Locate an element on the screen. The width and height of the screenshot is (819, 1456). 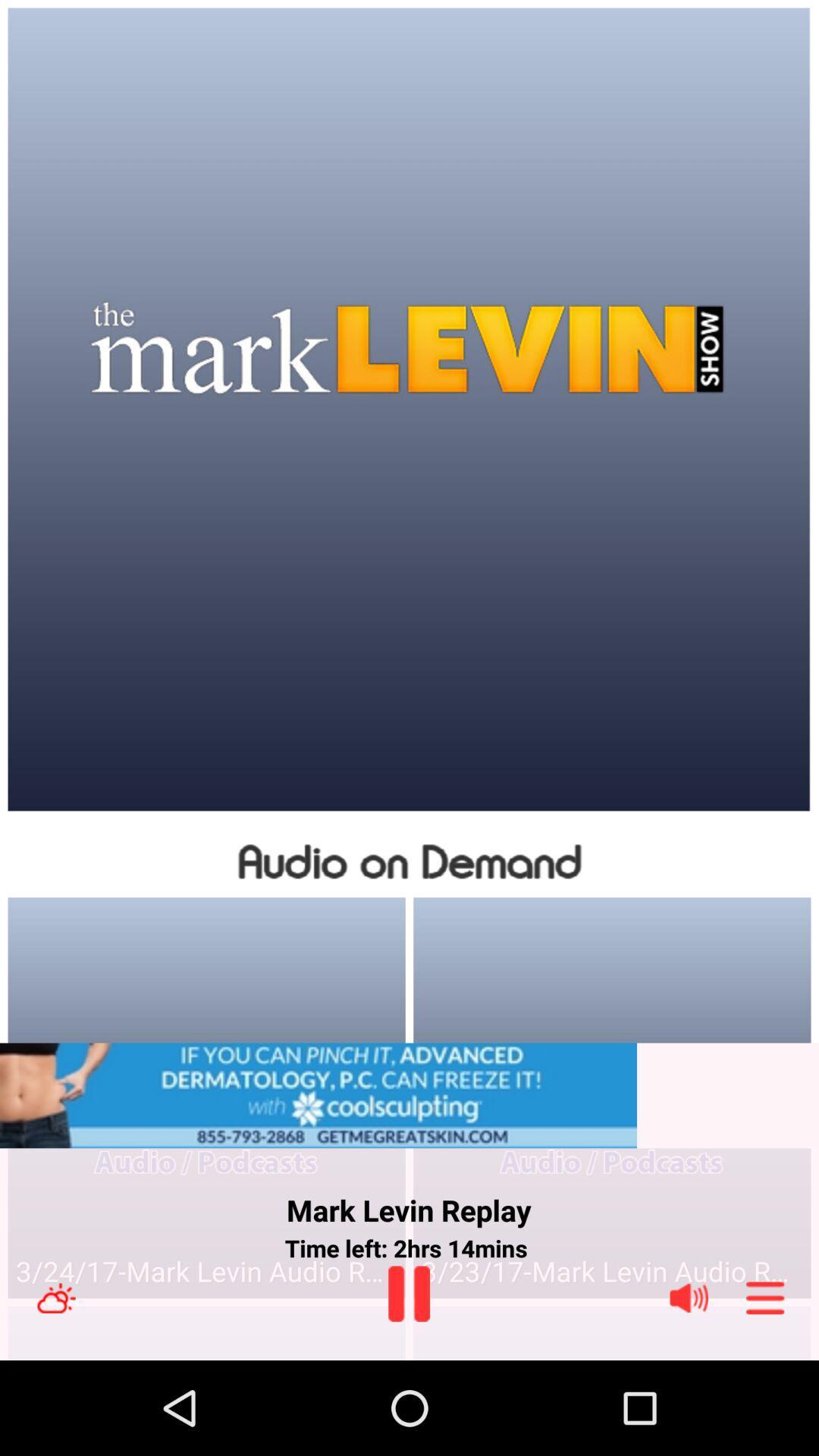
the menu icon is located at coordinates (765, 1389).